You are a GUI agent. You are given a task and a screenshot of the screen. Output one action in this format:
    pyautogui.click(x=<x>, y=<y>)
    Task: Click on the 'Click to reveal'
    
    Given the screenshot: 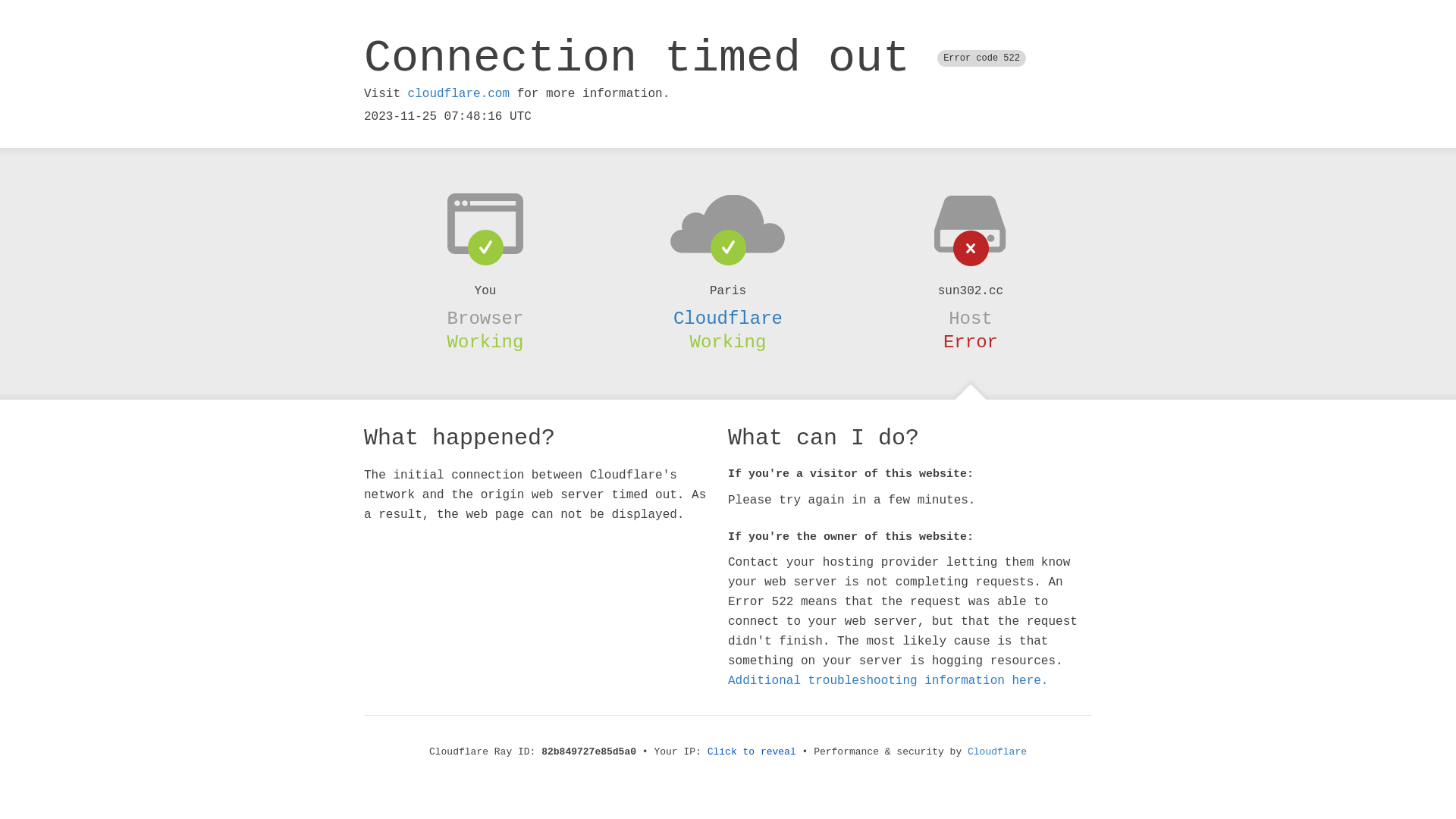 What is the action you would take?
    pyautogui.click(x=752, y=752)
    